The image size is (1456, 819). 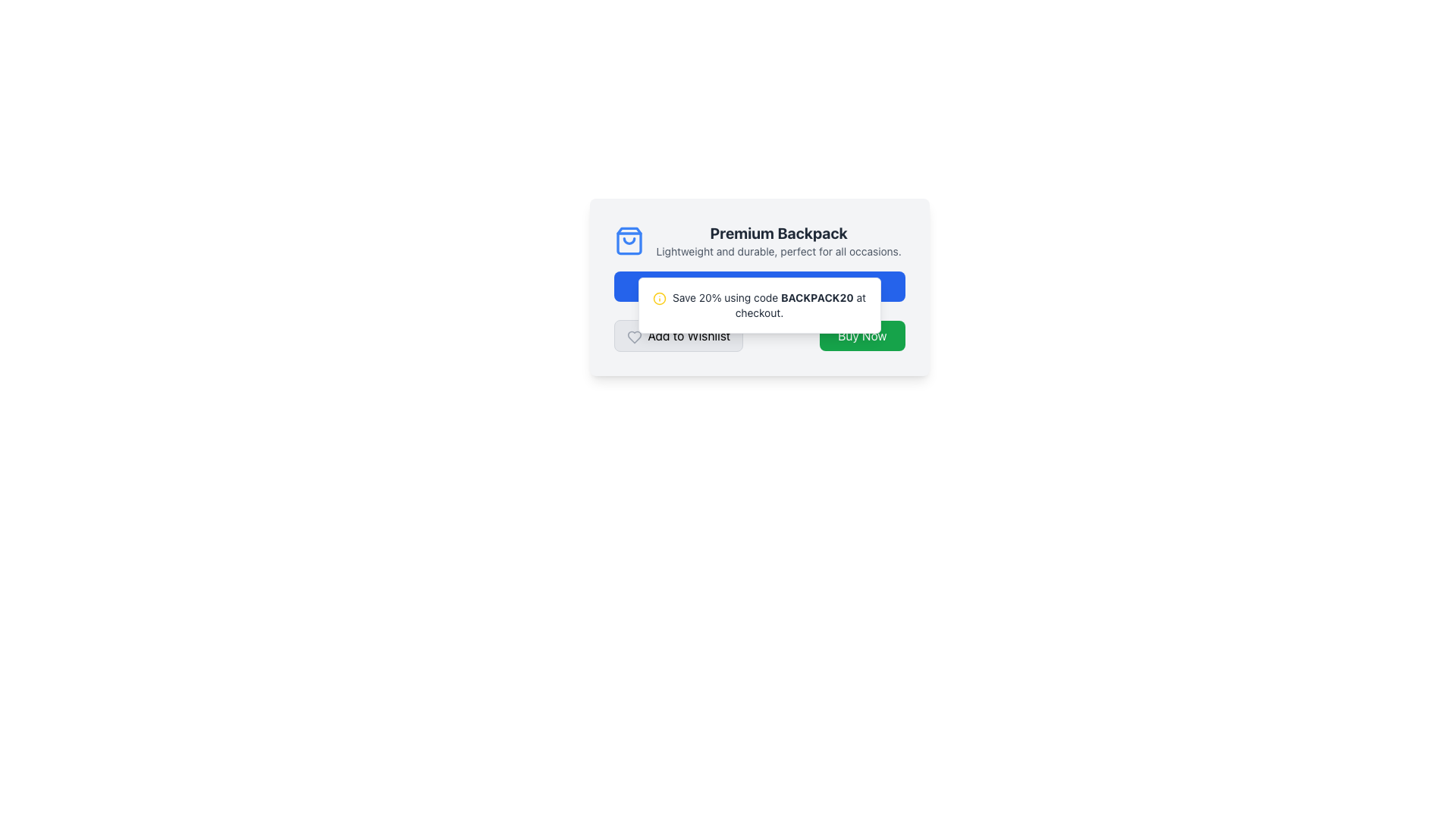 I want to click on the text element displaying the title 'Premium Backpack' and its description 'Lightweight and durable, perfect for all occasions.' which is styled with dark gray text on a light background, so click(x=779, y=240).